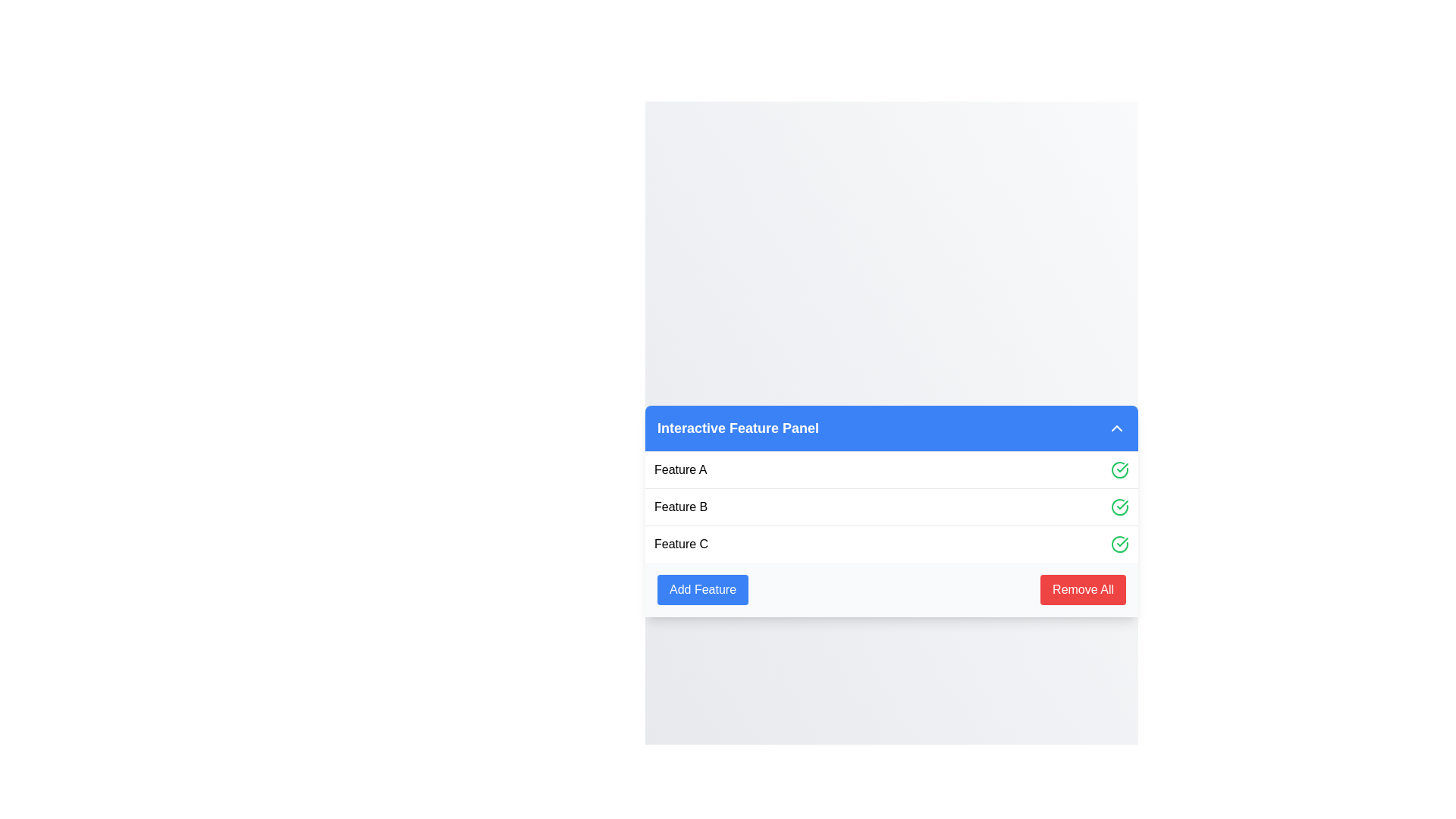 The image size is (1456, 819). What do you see at coordinates (680, 507) in the screenshot?
I see `text label displaying 'Feature B' located in the second row of the tabular structure, positioned to the left of a green checkmark icon` at bounding box center [680, 507].